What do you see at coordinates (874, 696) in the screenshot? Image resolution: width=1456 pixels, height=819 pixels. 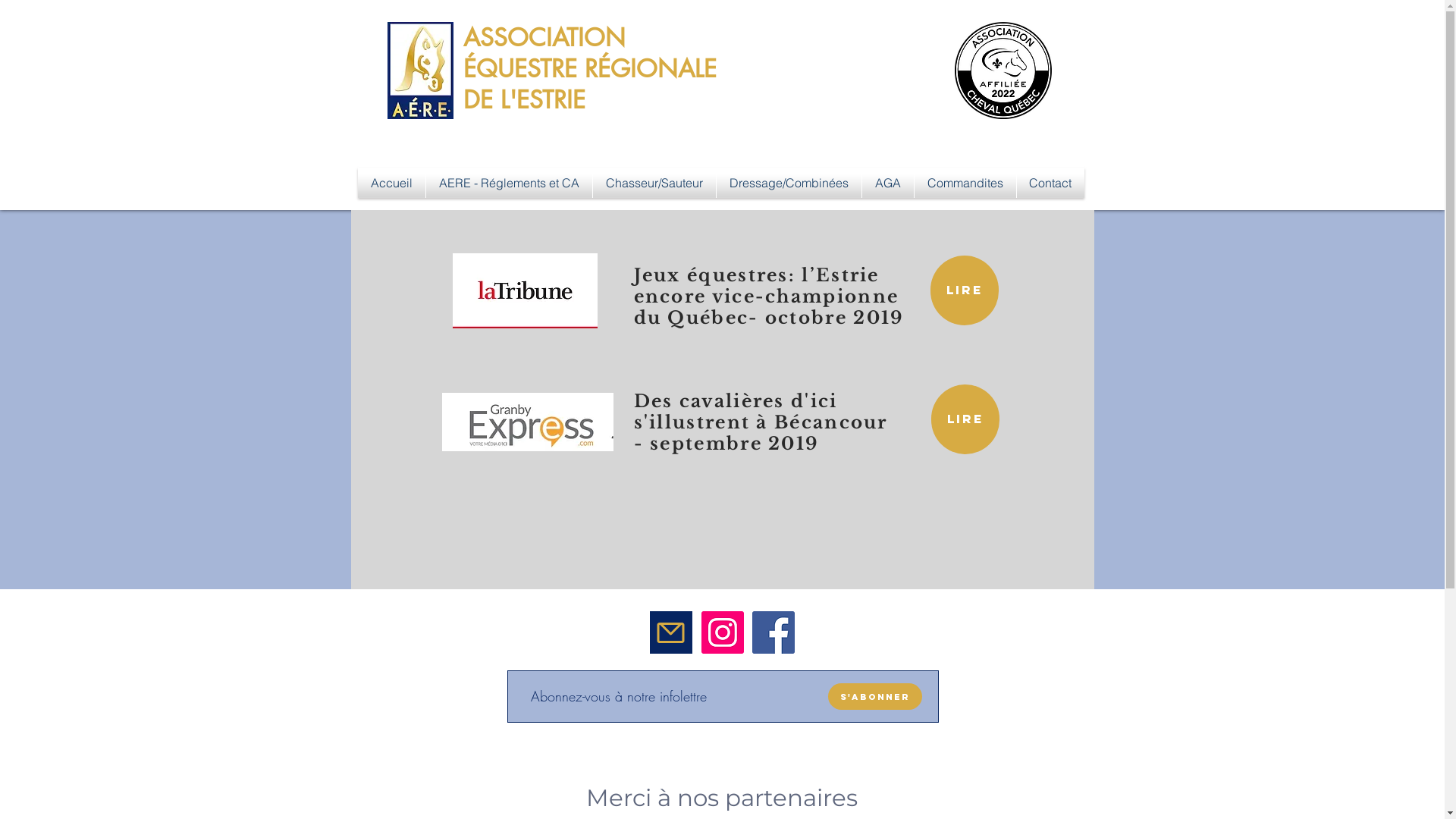 I see `'S'abonner'` at bounding box center [874, 696].